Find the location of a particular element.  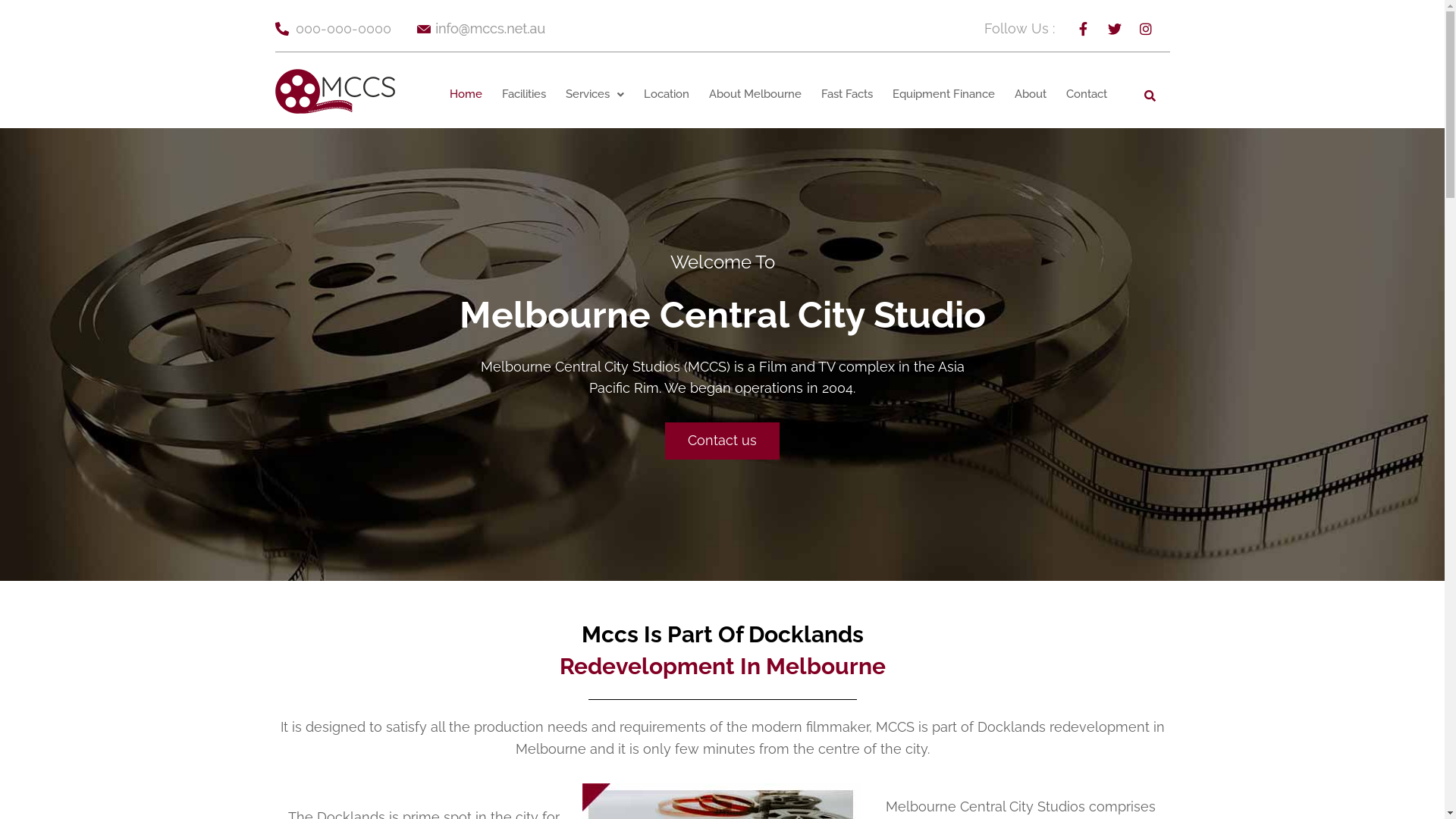

'Contact' is located at coordinates (1086, 94).